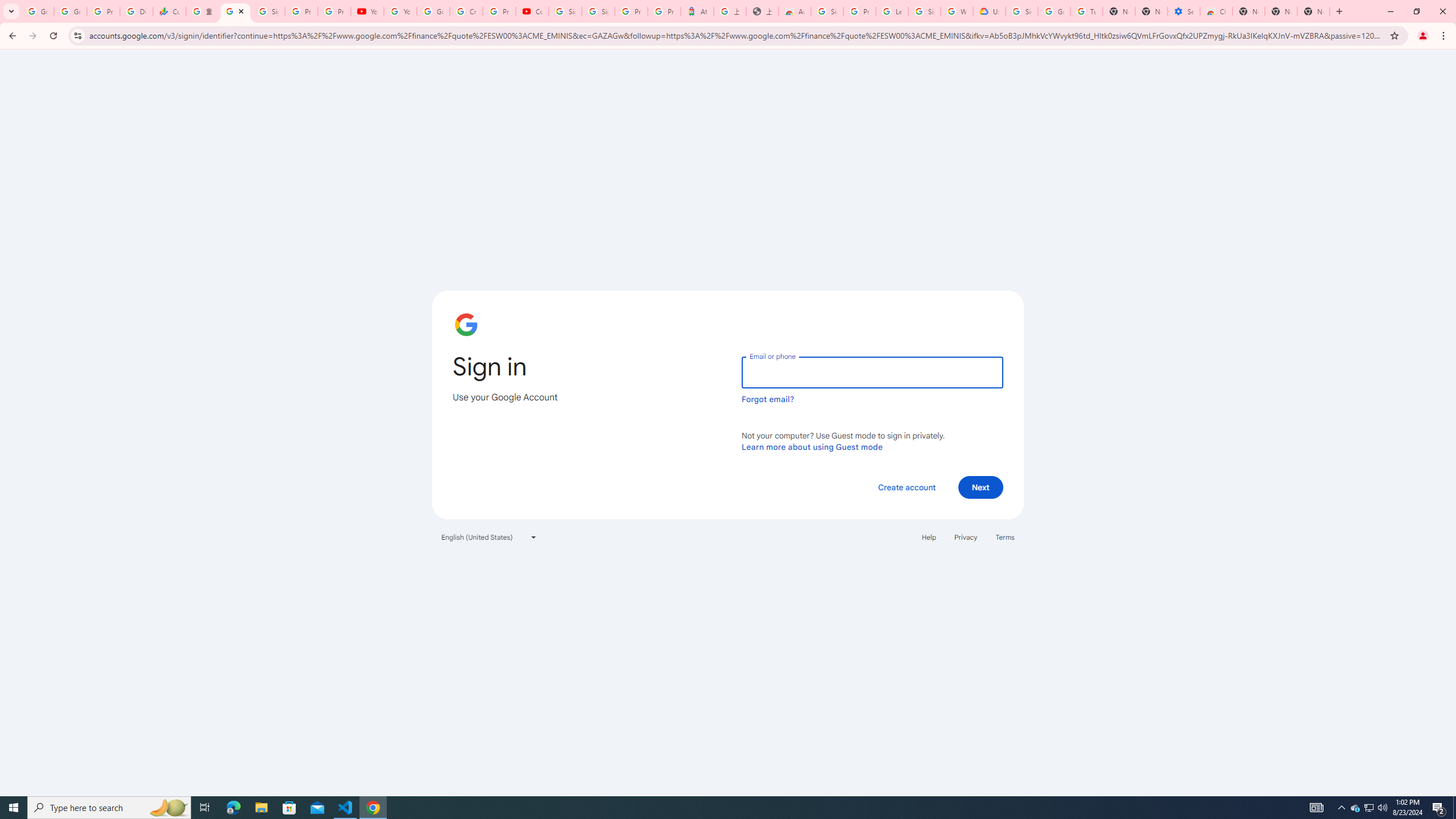 This screenshot has height=819, width=1456. Describe the element at coordinates (531, 11) in the screenshot. I see `'Content Creator Programs & Opportunities - YouTube Creators'` at that location.